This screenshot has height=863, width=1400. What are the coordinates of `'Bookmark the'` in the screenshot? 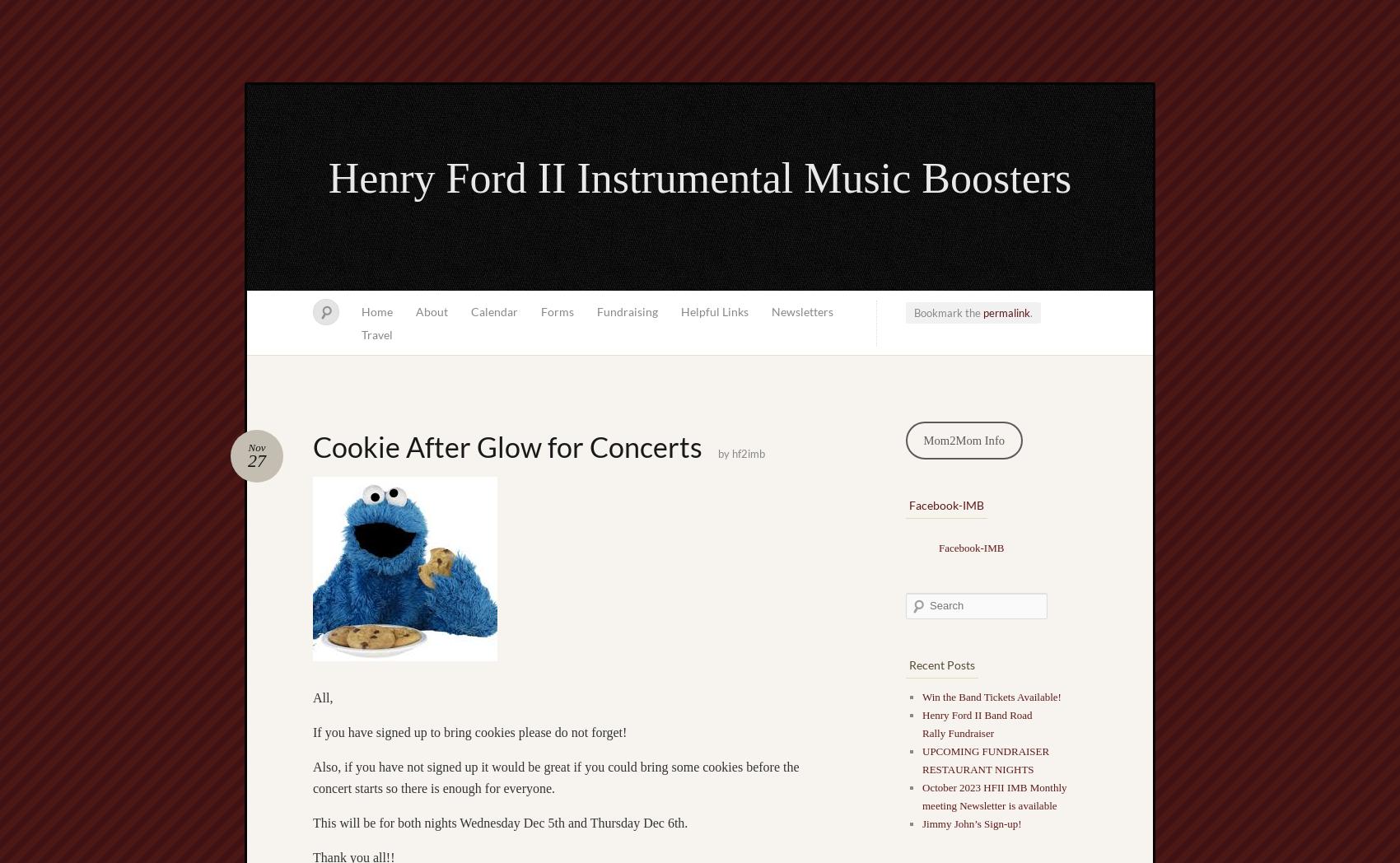 It's located at (913, 312).